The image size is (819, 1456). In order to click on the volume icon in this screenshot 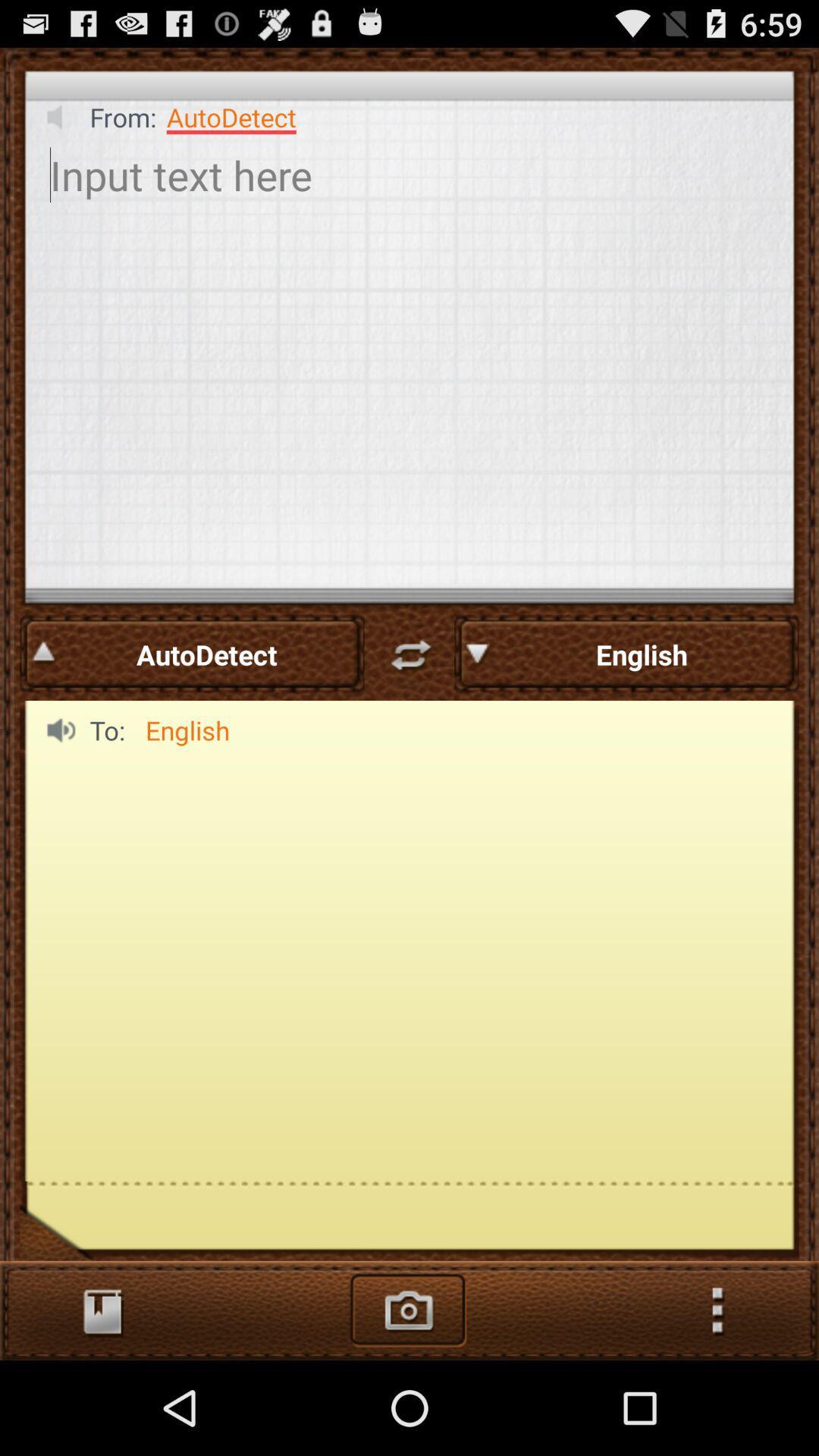, I will do `click(55, 125)`.